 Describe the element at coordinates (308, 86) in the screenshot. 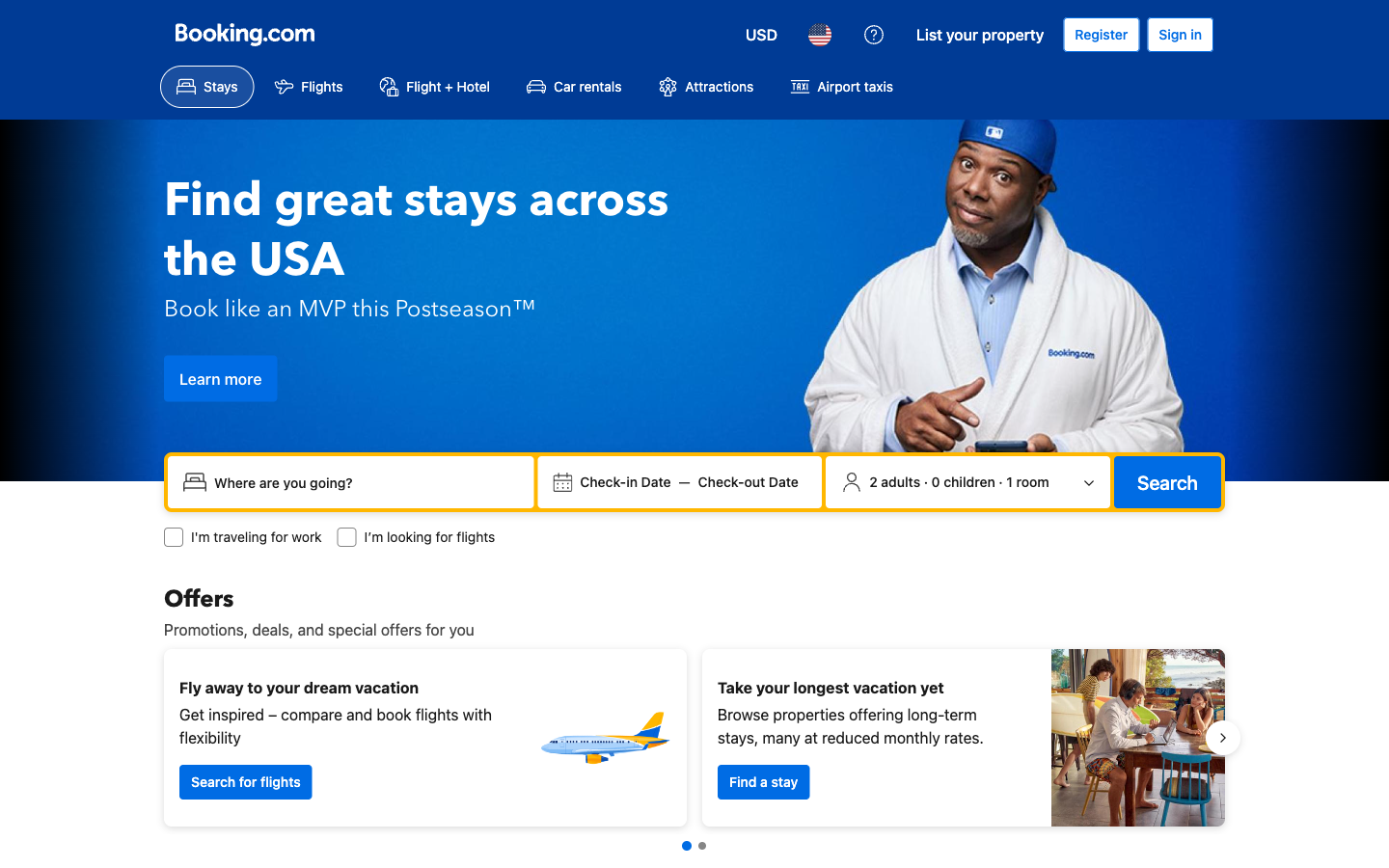

I see `Search for flights using the flights button` at that location.